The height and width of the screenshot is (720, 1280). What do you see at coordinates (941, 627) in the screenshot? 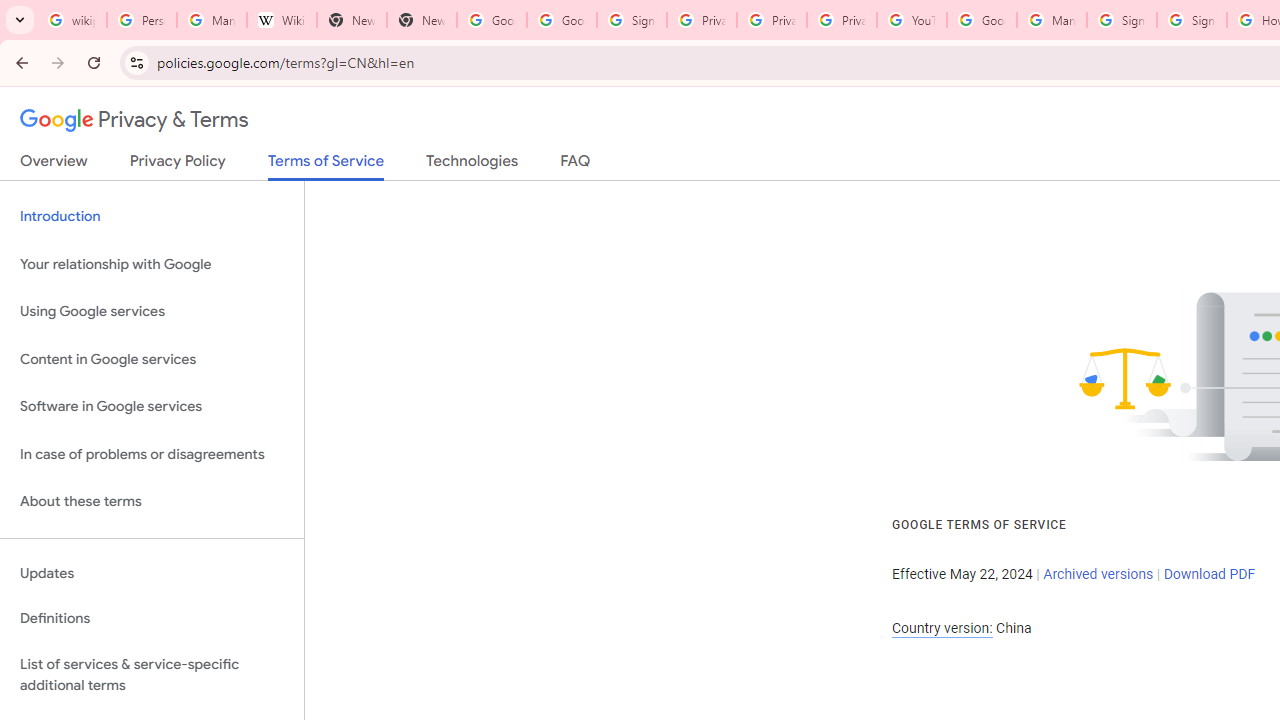
I see `'Country version:'` at bounding box center [941, 627].